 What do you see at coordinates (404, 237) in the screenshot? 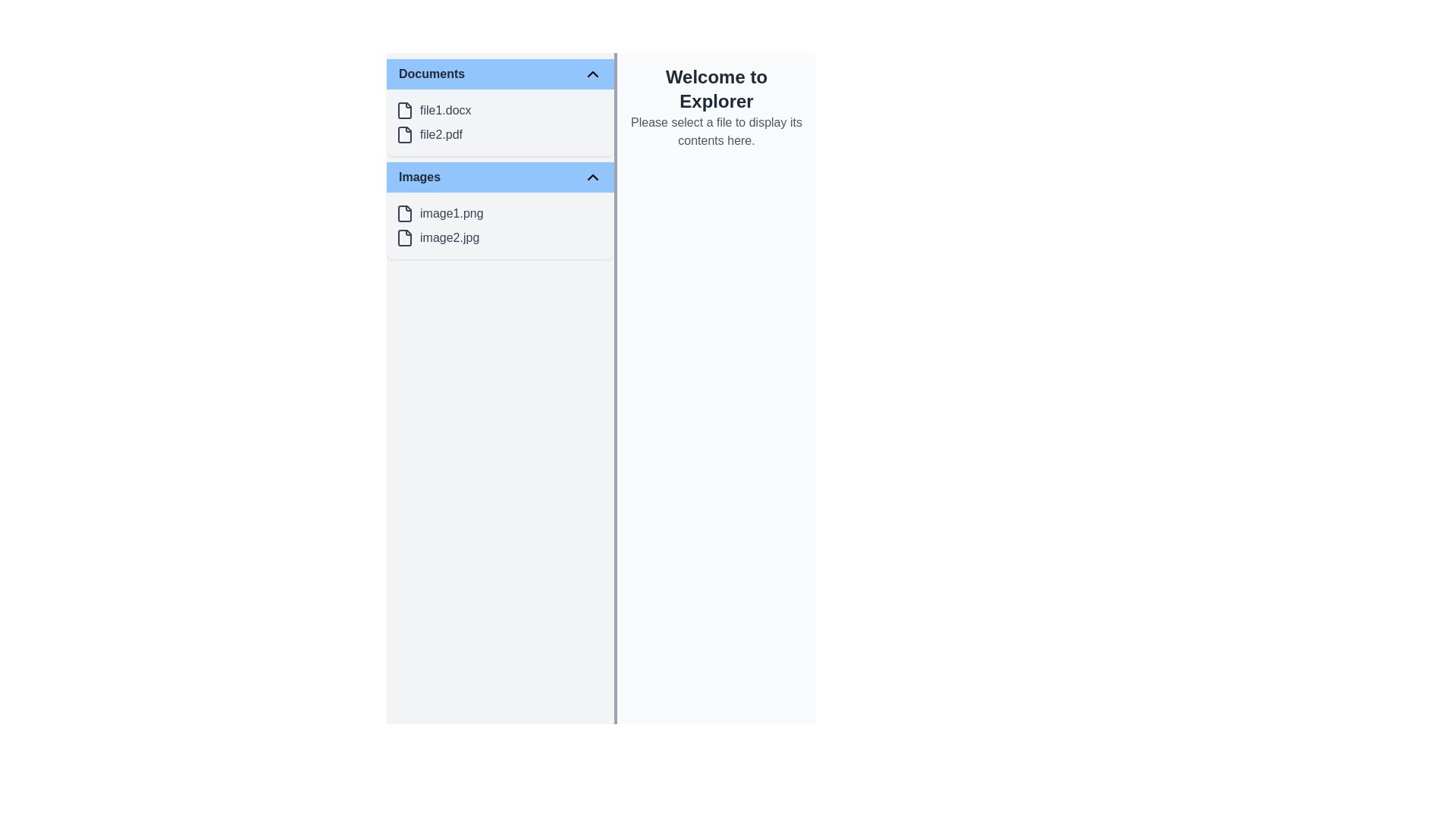
I see `the file icon for 'image2.jpg' in the Images section of the left navigation panel, which is represented by a rectangular shape with a folded corner` at bounding box center [404, 237].